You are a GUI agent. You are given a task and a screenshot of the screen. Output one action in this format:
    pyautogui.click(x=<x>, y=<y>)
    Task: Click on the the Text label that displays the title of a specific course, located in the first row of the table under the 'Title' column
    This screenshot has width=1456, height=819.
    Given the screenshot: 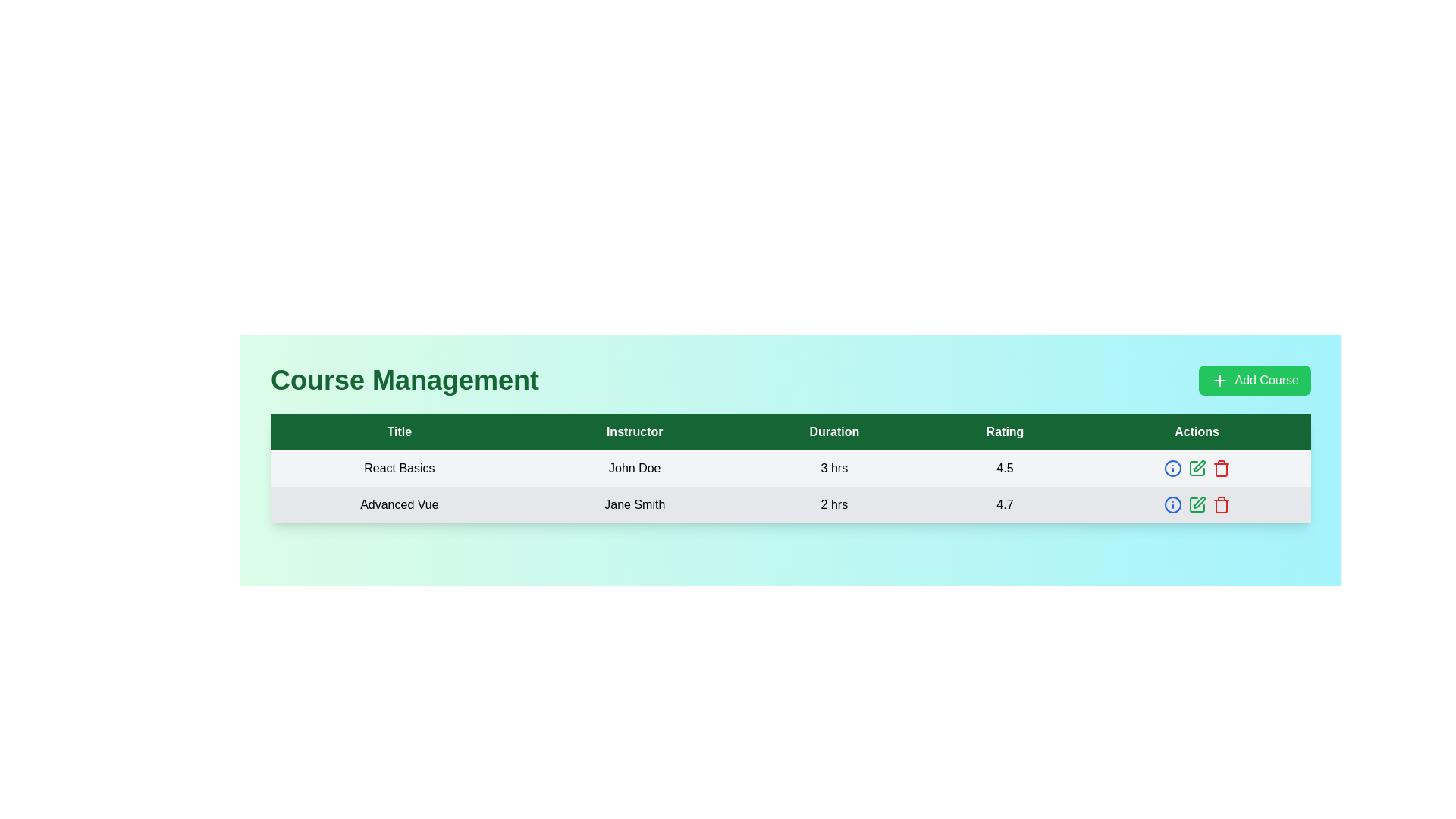 What is the action you would take?
    pyautogui.click(x=399, y=467)
    